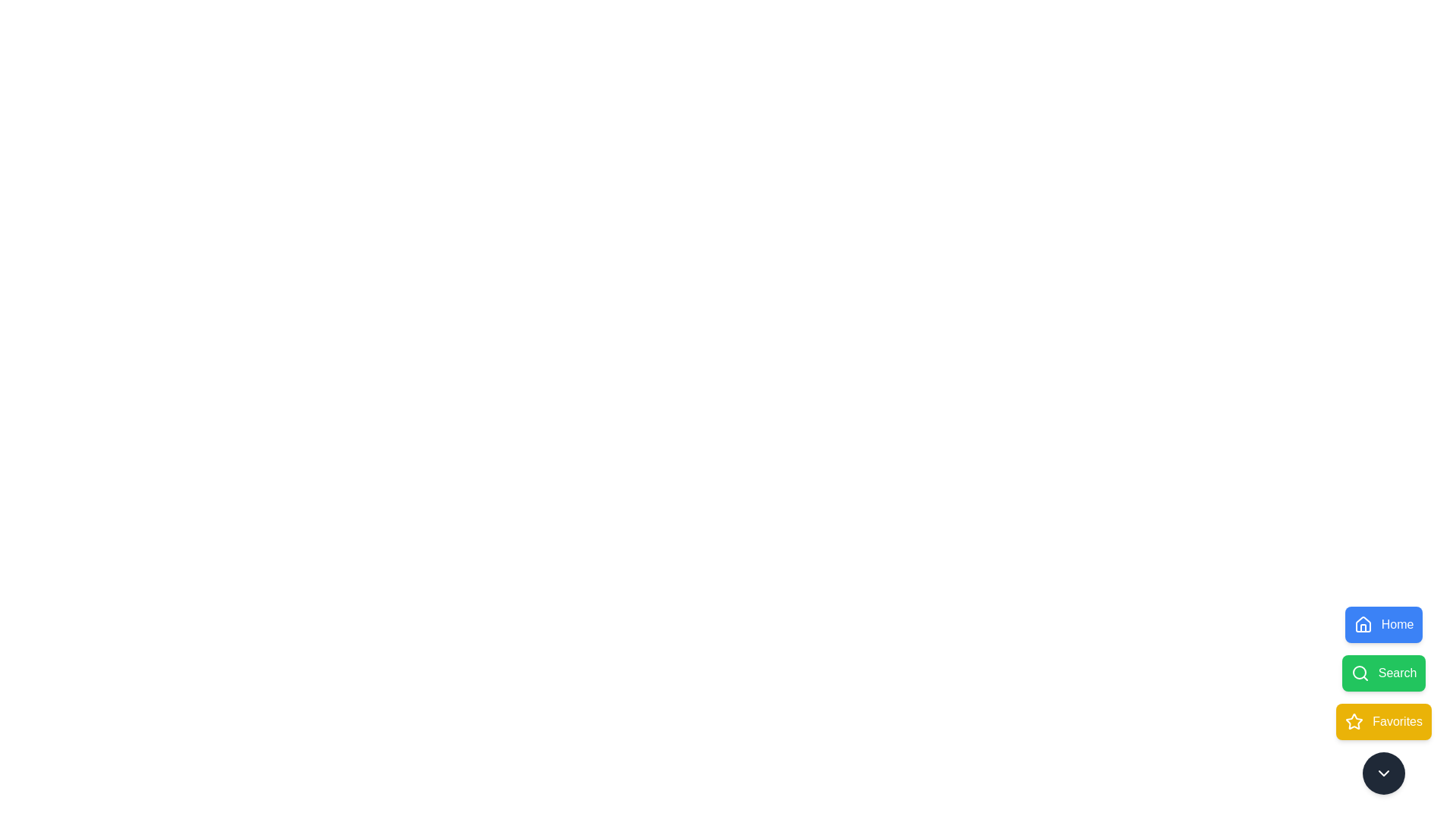 Image resolution: width=1456 pixels, height=819 pixels. I want to click on the toggle button to toggle the visibility of the speed dial menu, so click(1383, 773).